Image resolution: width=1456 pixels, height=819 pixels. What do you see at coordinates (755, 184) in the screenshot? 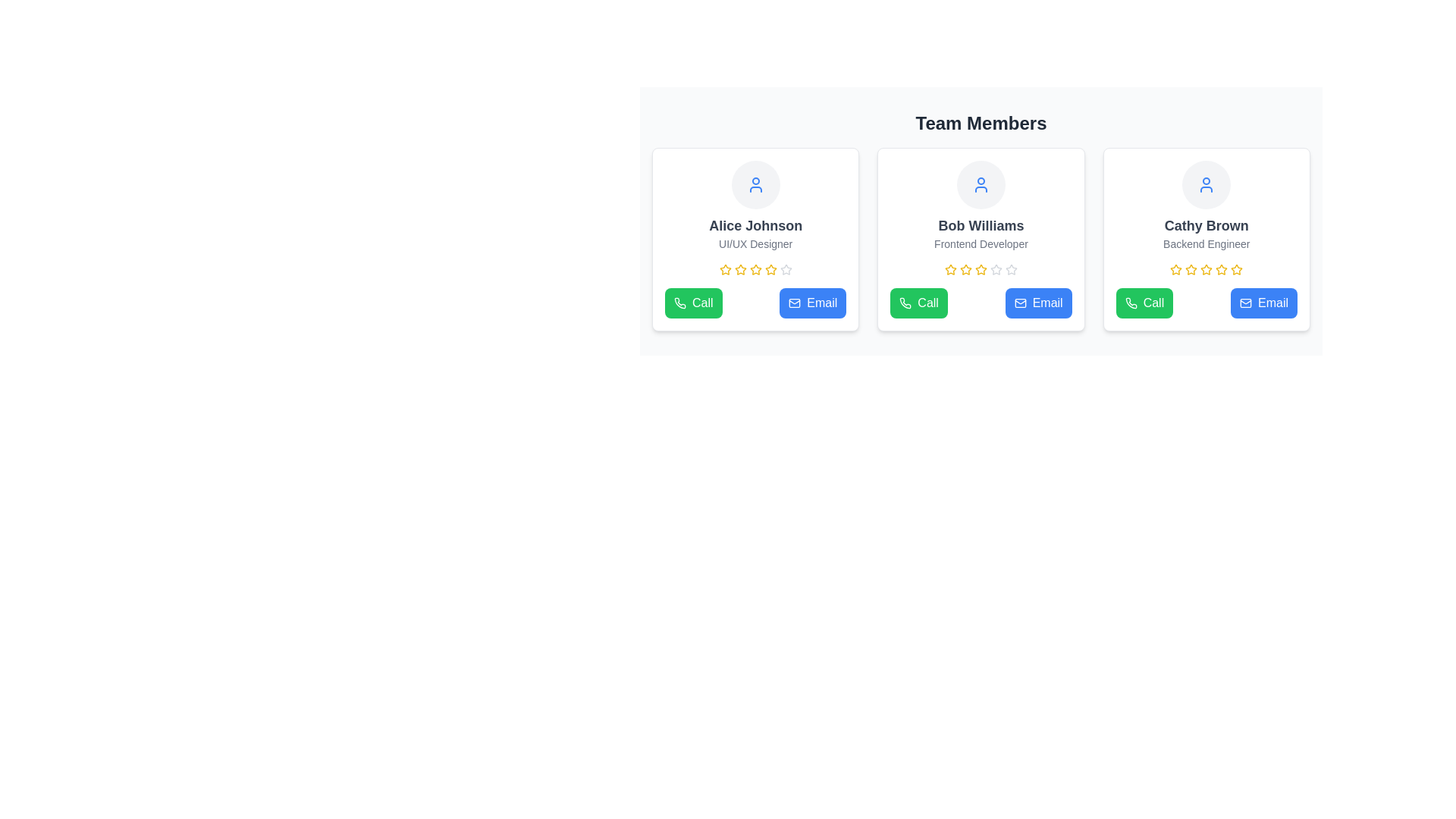
I see `the circular profile avatar icon with a gray background and blue user symbol` at bounding box center [755, 184].